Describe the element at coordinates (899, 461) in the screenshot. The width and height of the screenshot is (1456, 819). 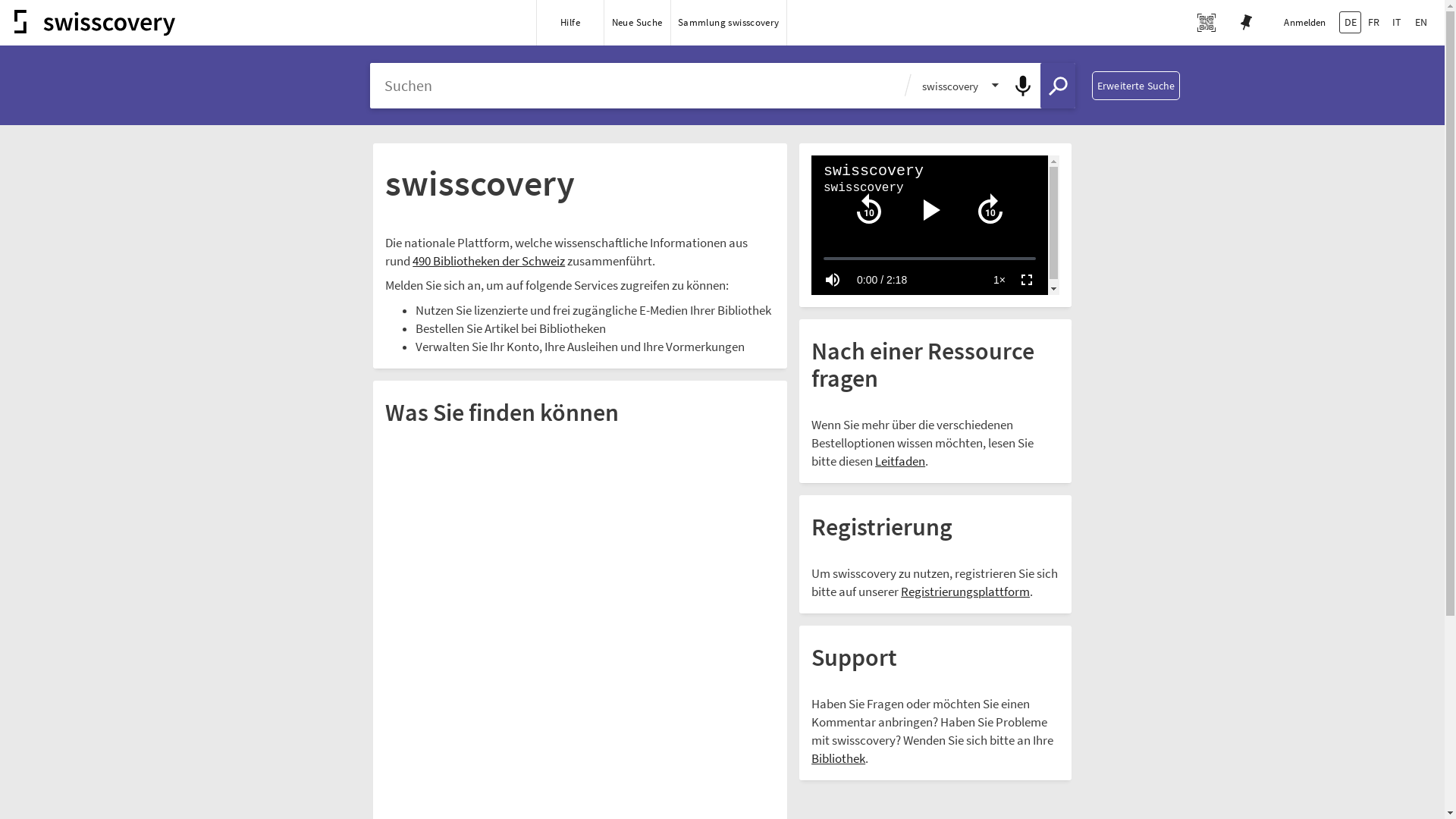
I see `'Leitfaden'` at that location.